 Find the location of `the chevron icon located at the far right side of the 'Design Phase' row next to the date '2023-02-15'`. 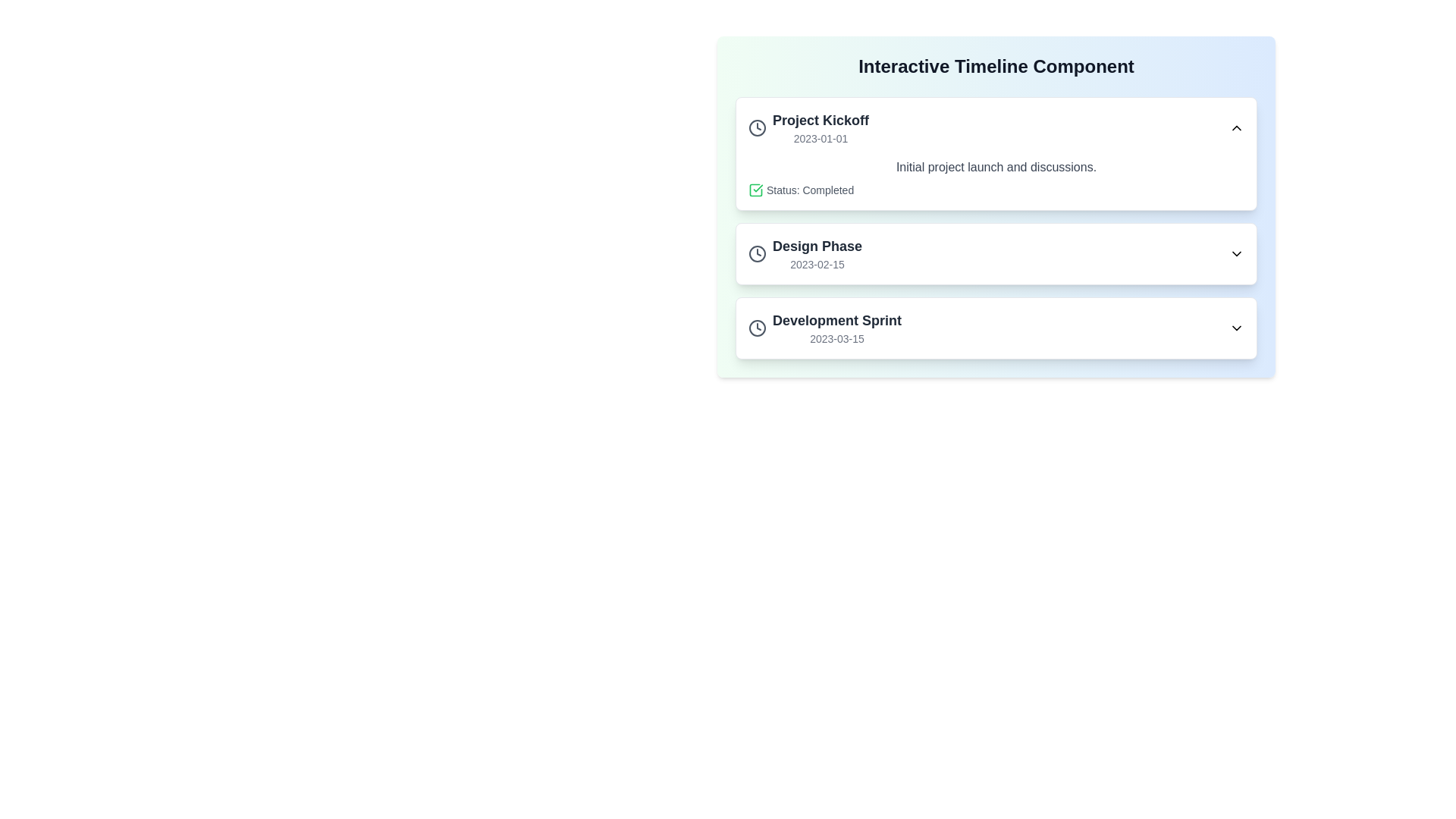

the chevron icon located at the far right side of the 'Design Phase' row next to the date '2023-02-15' is located at coordinates (1237, 253).